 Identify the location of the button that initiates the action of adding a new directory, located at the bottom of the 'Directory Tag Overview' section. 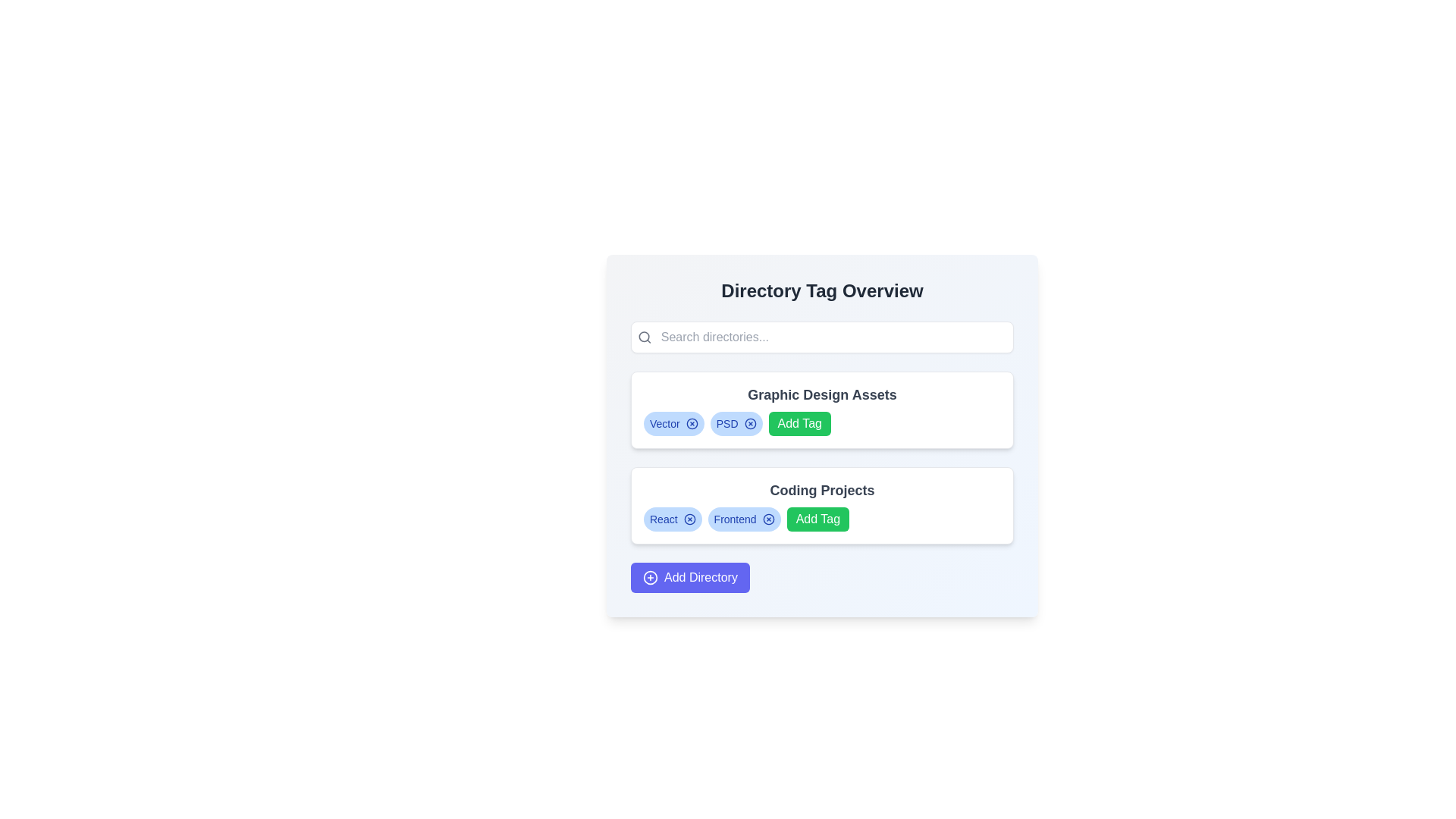
(689, 578).